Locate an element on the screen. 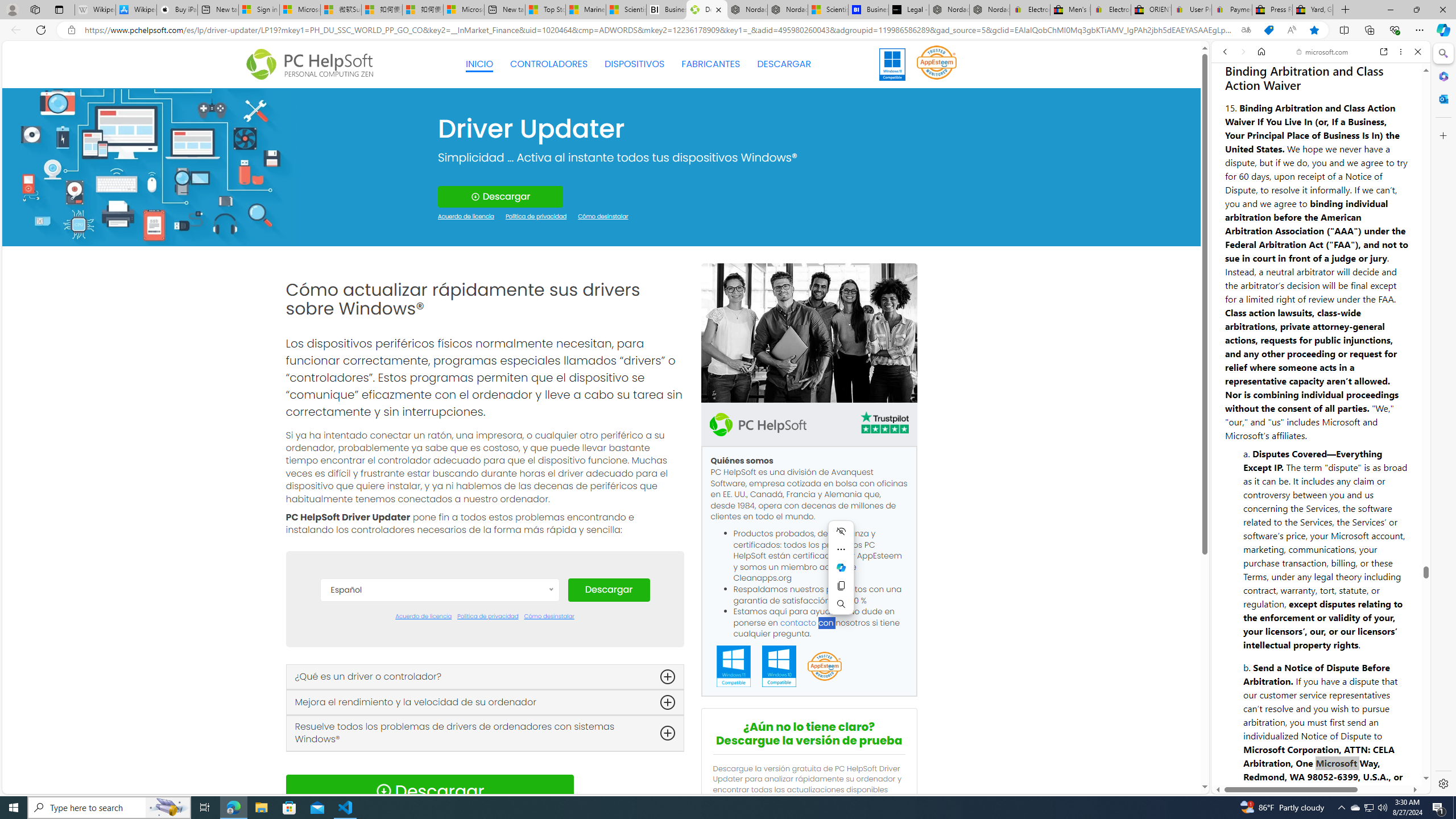 Image resolution: width=1456 pixels, height=819 pixels. 'Side bar' is located at coordinates (1443, 418).